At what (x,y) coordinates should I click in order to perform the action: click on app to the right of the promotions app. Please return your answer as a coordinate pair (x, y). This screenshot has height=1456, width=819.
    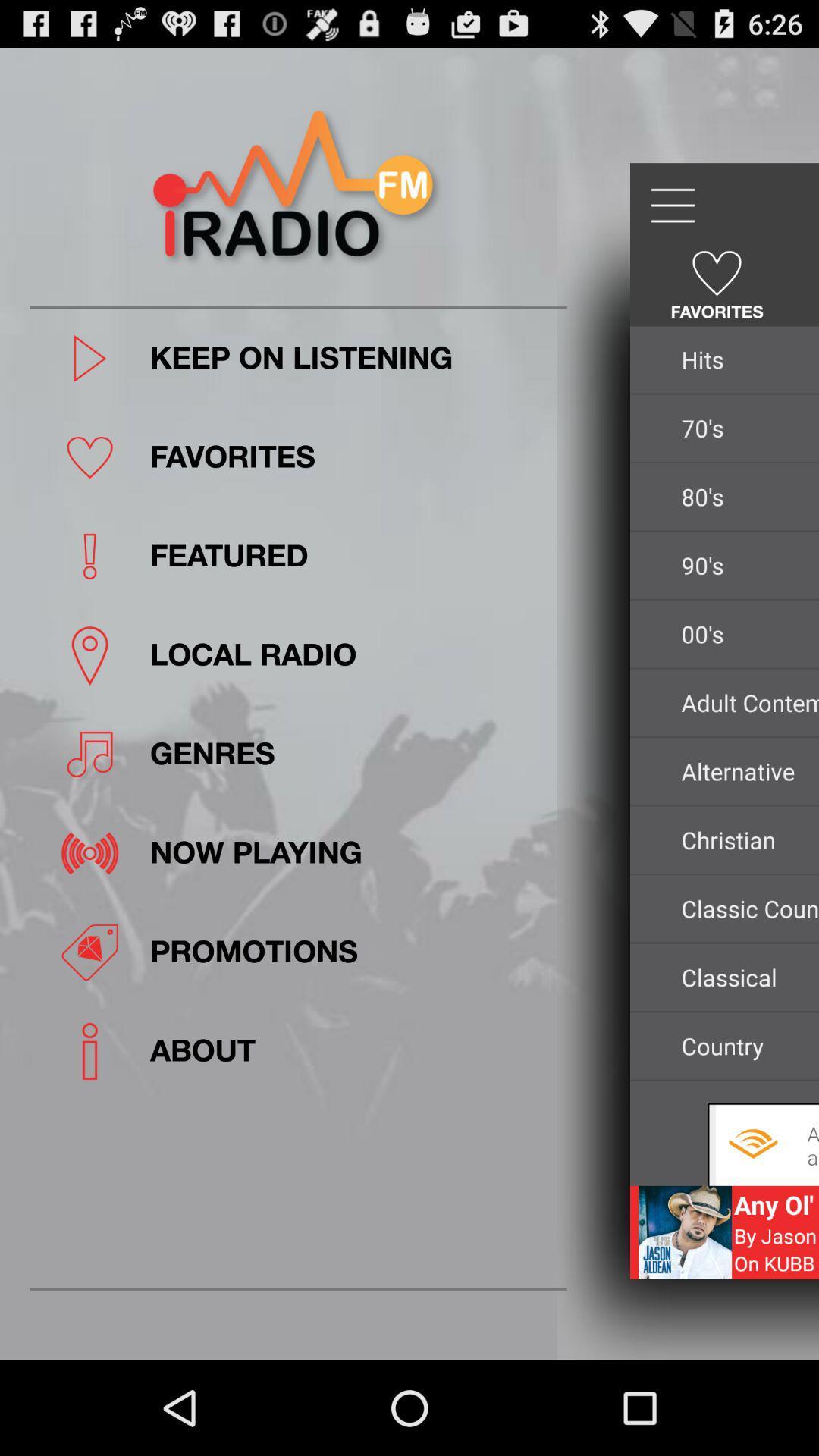
    Looking at the image, I should click on (745, 977).